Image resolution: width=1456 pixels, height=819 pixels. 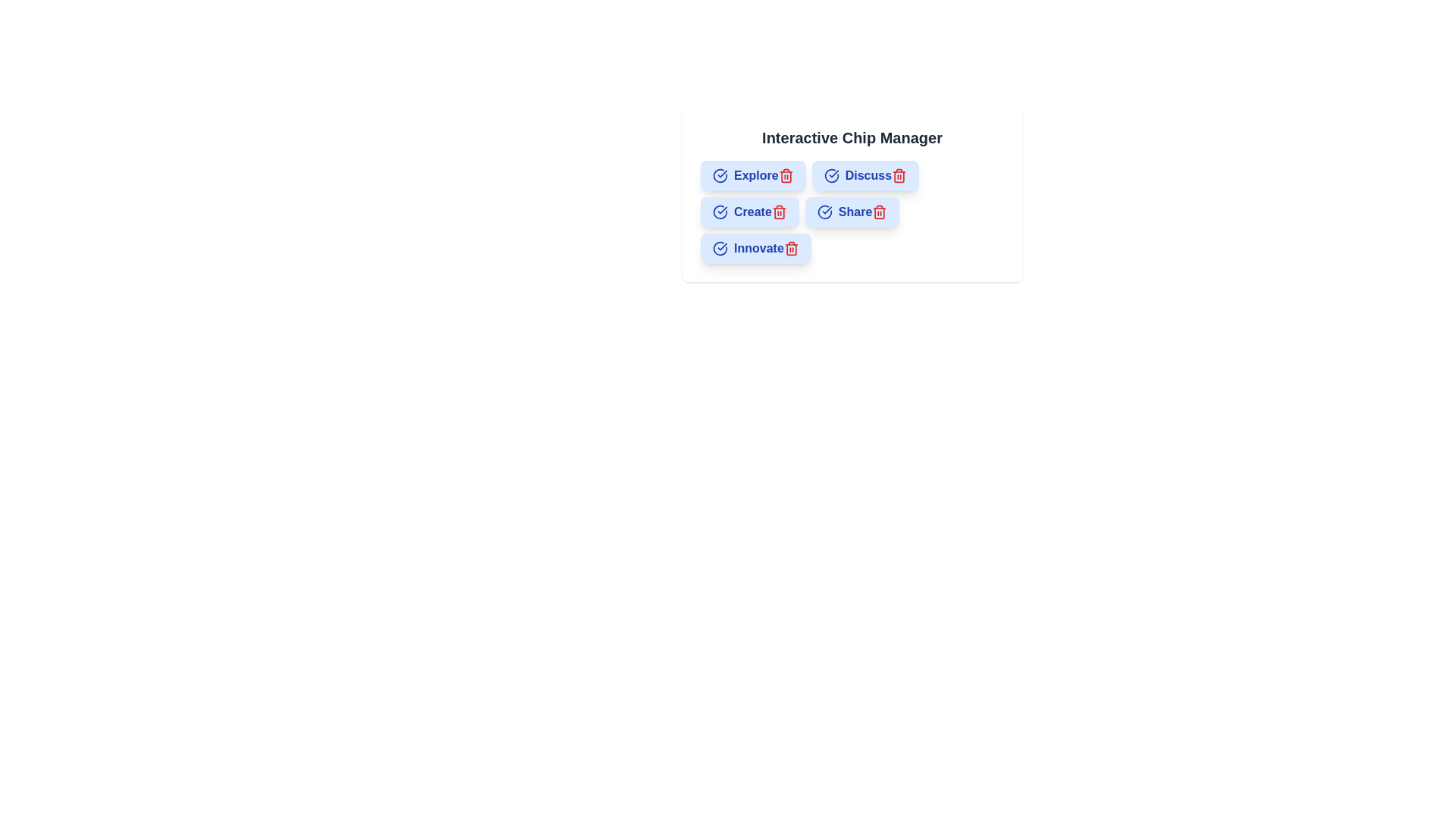 I want to click on the trash icon of the chip labeled Explore to remove it, so click(x=786, y=174).